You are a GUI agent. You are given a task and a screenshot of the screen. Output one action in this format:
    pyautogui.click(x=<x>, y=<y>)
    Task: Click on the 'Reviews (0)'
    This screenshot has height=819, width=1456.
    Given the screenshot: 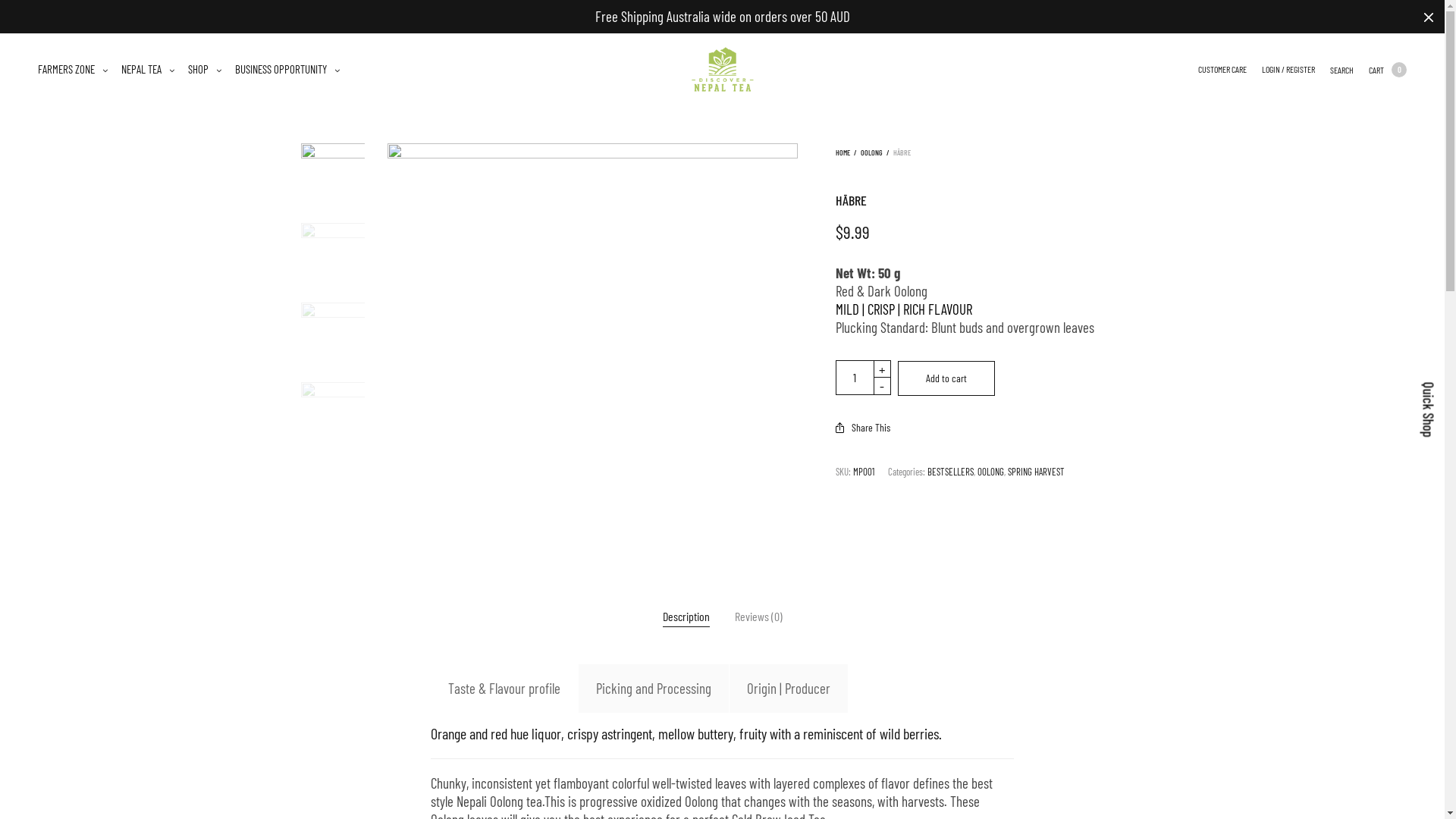 What is the action you would take?
    pyautogui.click(x=758, y=617)
    